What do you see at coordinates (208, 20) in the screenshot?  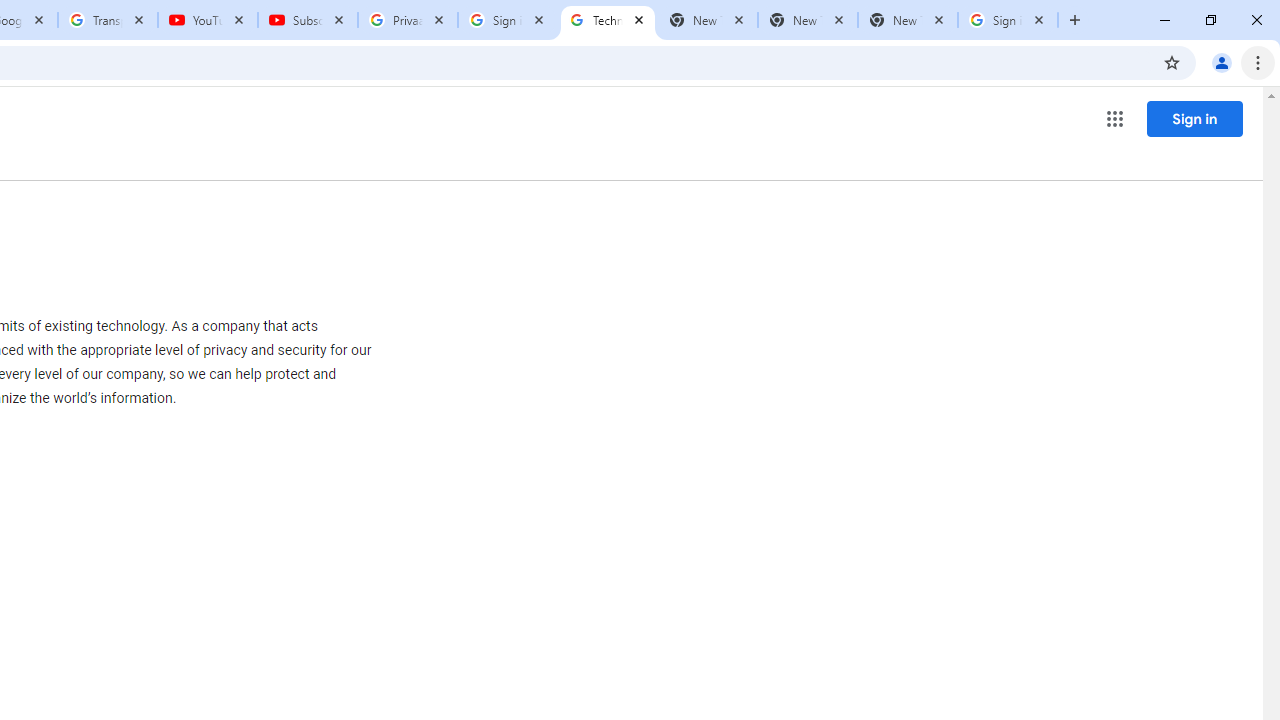 I see `'YouTube'` at bounding box center [208, 20].